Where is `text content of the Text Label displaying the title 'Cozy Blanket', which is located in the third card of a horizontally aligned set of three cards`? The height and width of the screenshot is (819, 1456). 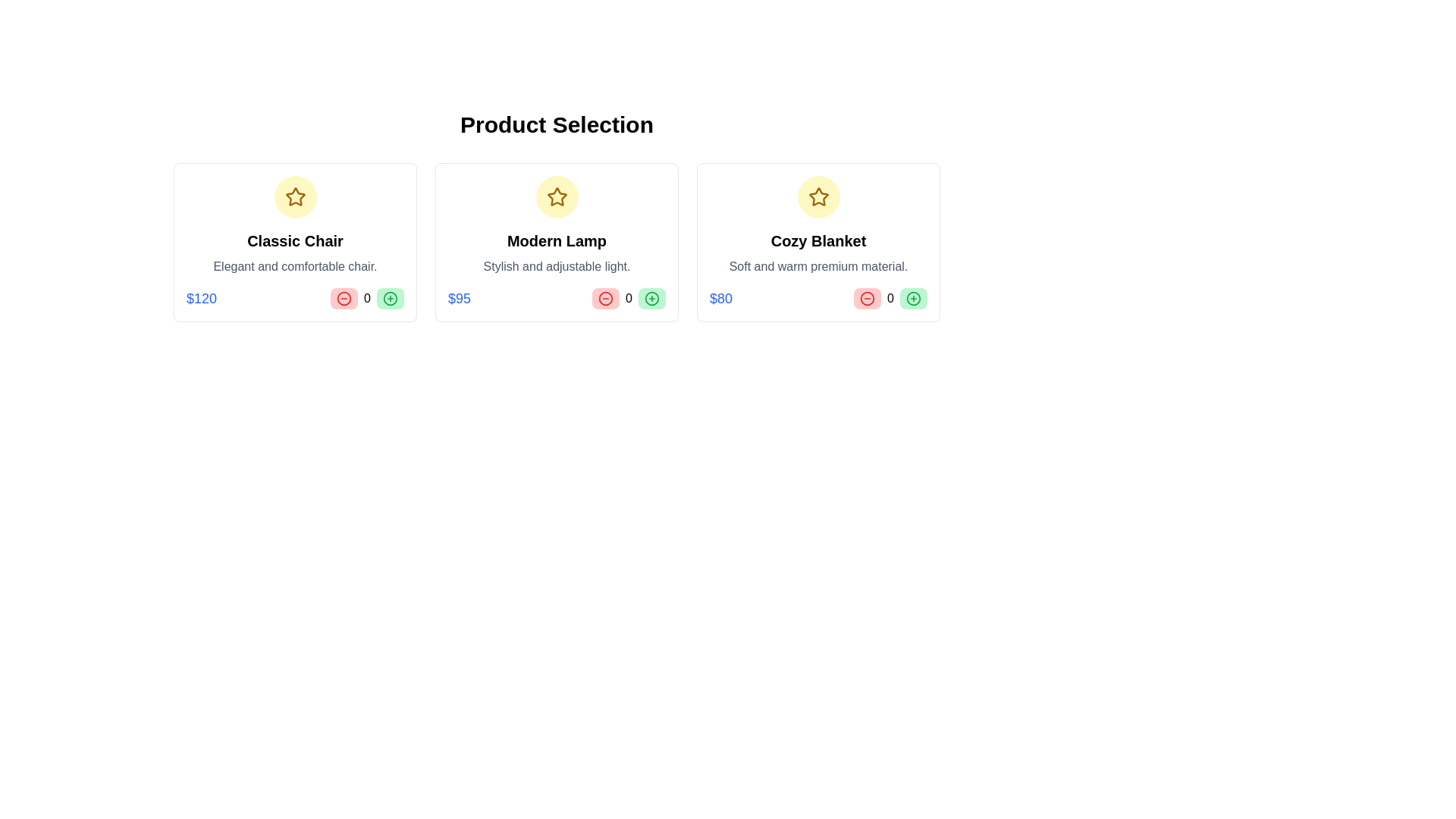
text content of the Text Label displaying the title 'Cozy Blanket', which is located in the third card of a horizontally aligned set of three cards is located at coordinates (817, 240).